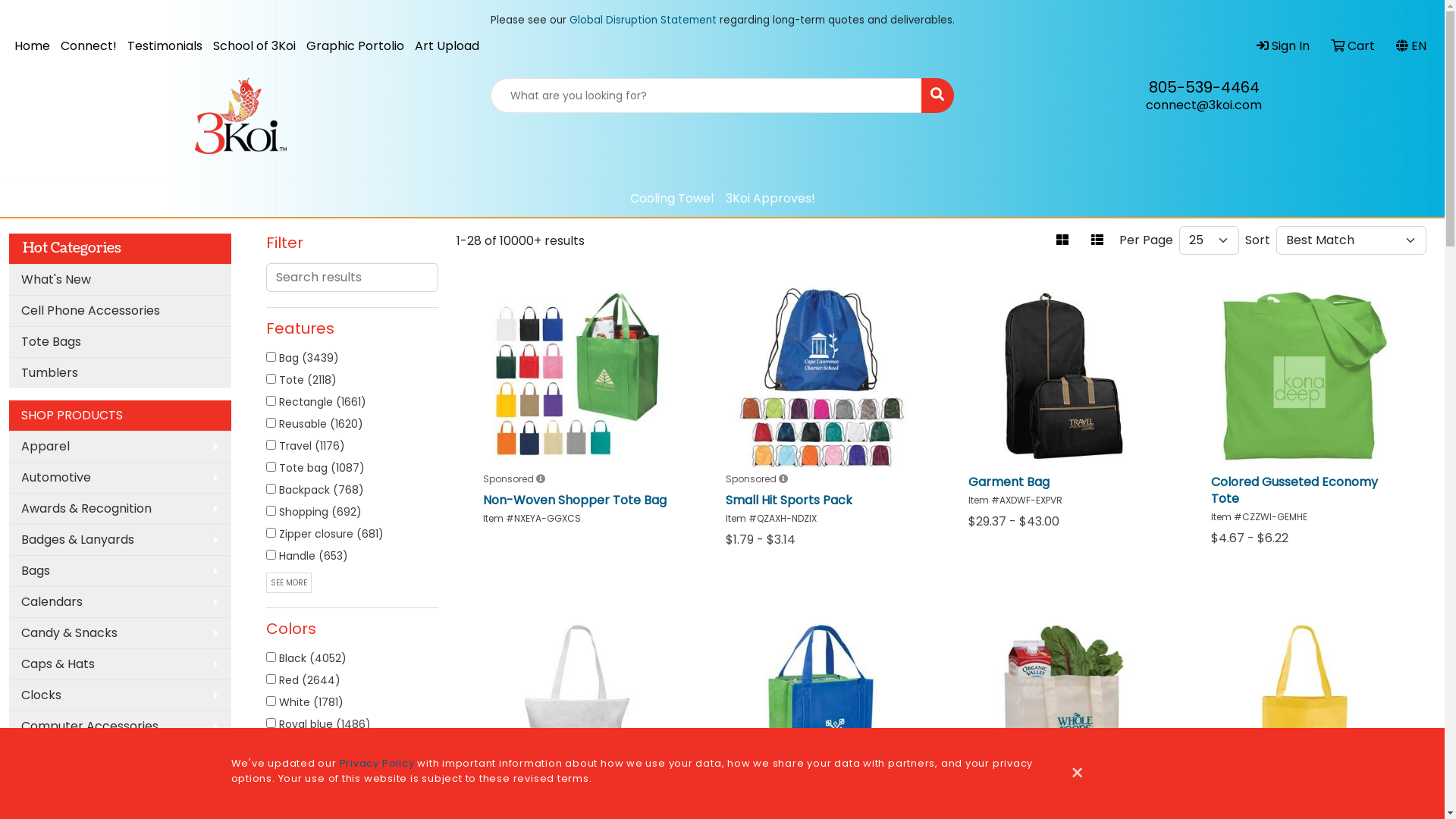  Describe the element at coordinates (119, 508) in the screenshot. I see `'Awards & Recognition'` at that location.